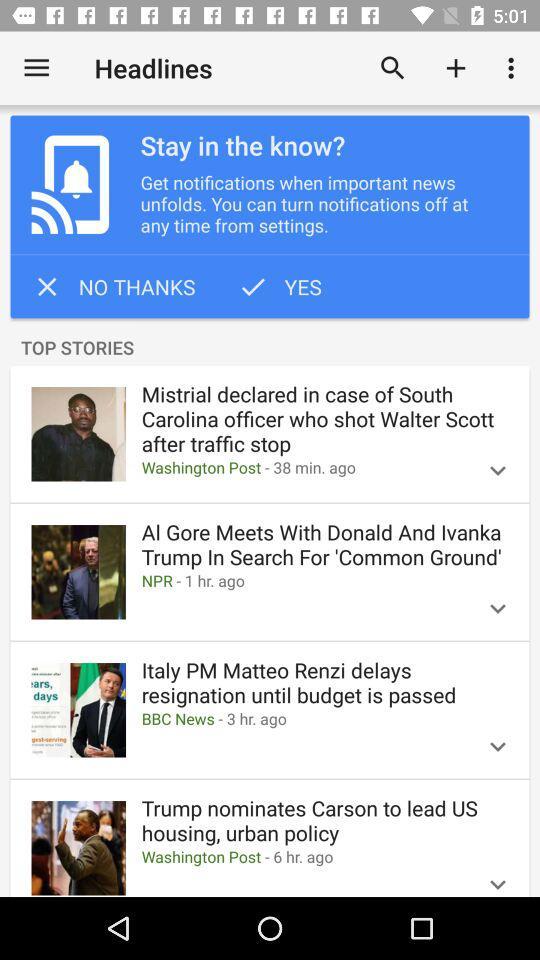  I want to click on top stories icon, so click(270, 348).